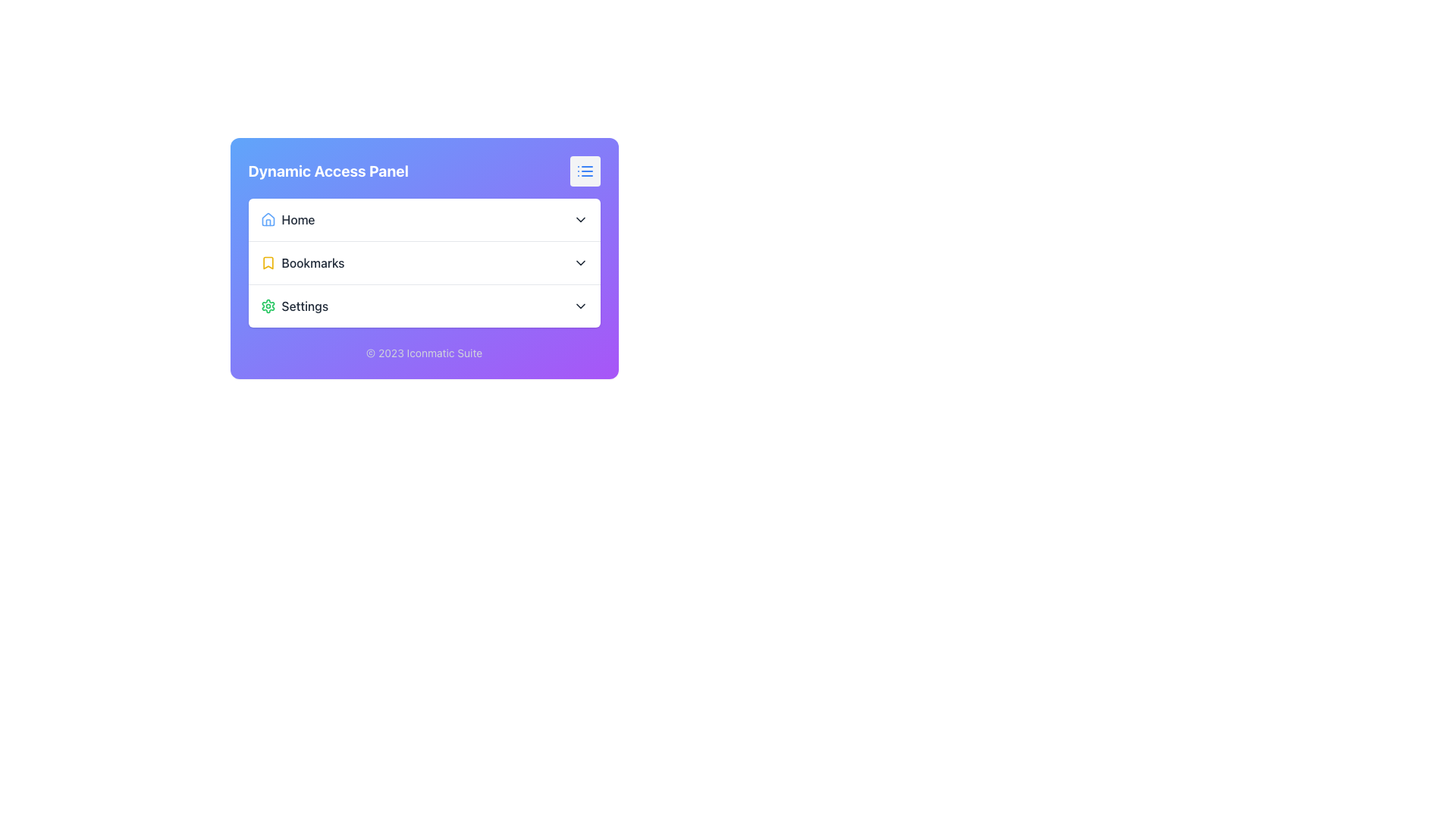 This screenshot has width=1456, height=819. I want to click on the third selectable menu option in the navigation panel labeled 'Dynamic Access Panel', so click(424, 306).